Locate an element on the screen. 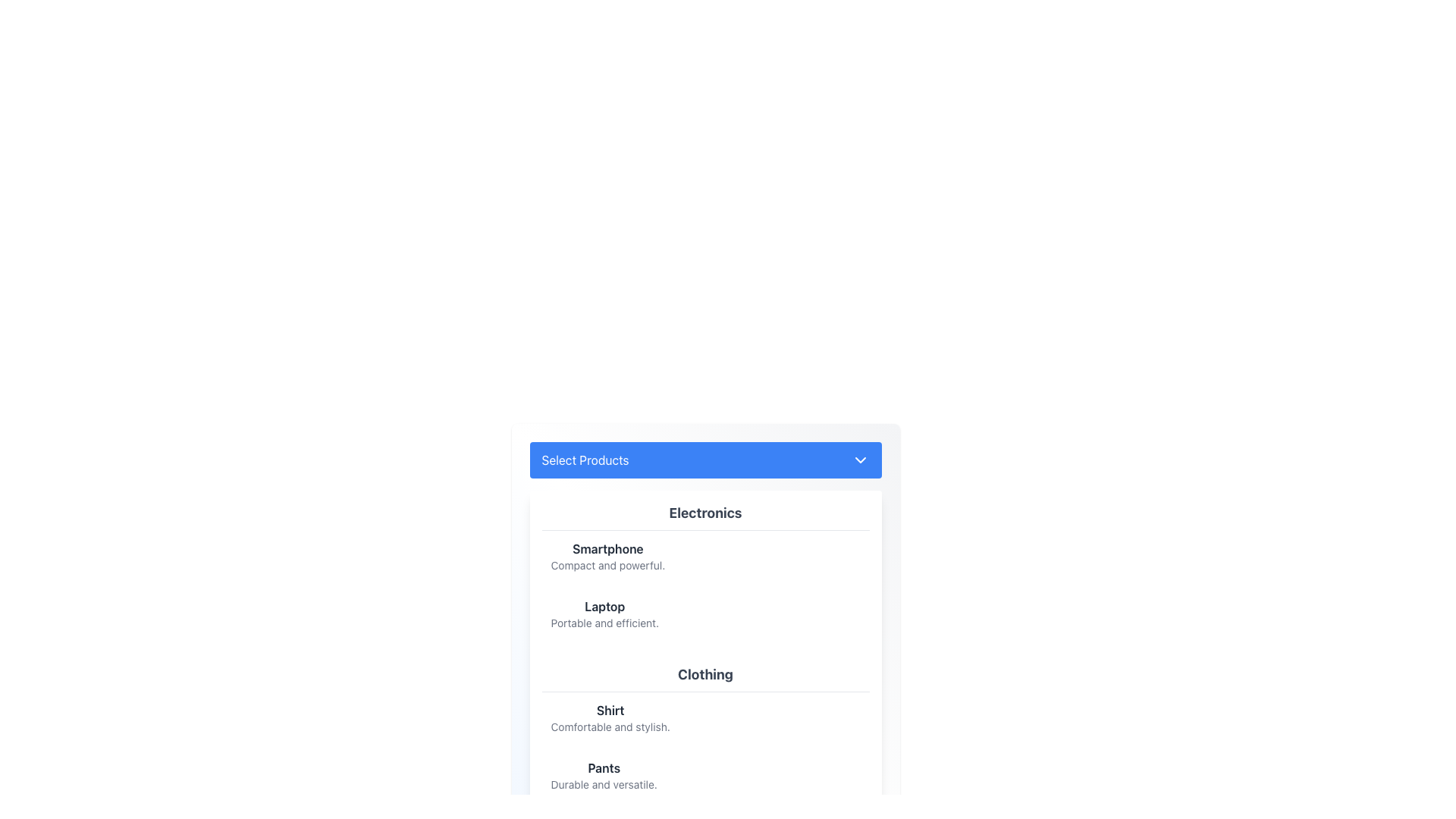  the 'Shirt' item in the Clothing section is located at coordinates (704, 745).